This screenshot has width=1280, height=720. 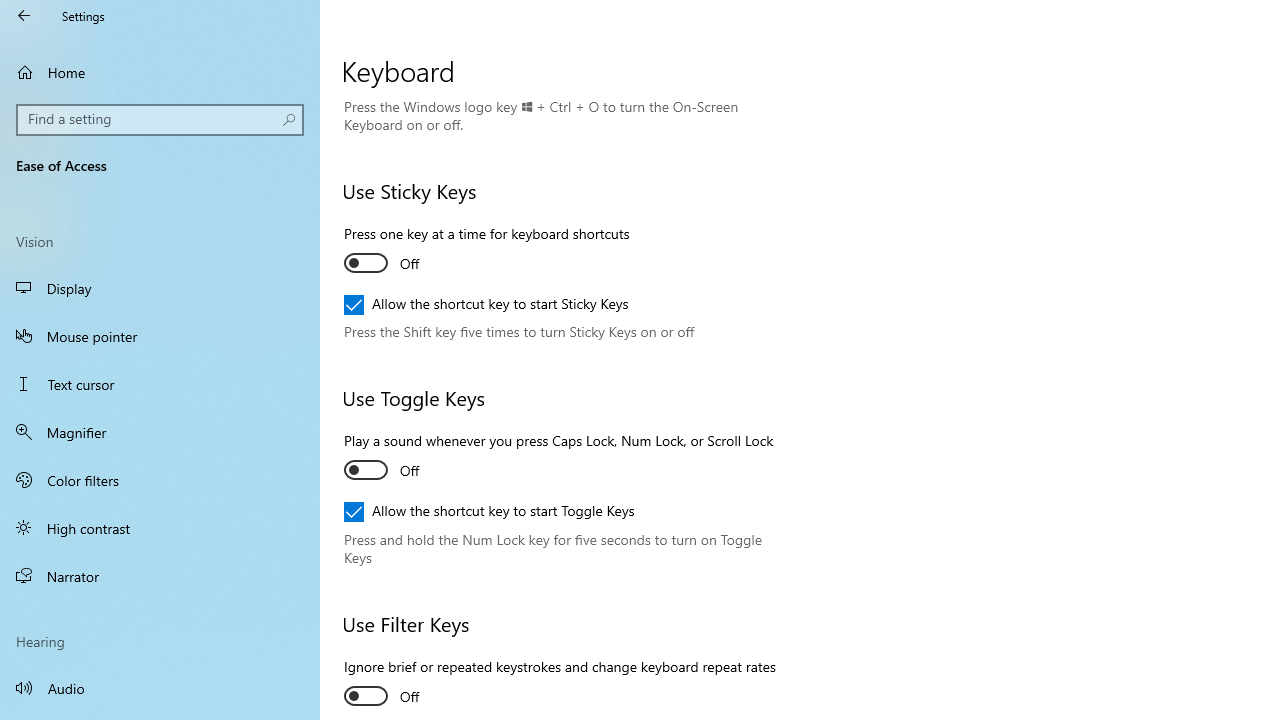 I want to click on 'Allow the shortcut key to start Sticky Keys', so click(x=486, y=304).